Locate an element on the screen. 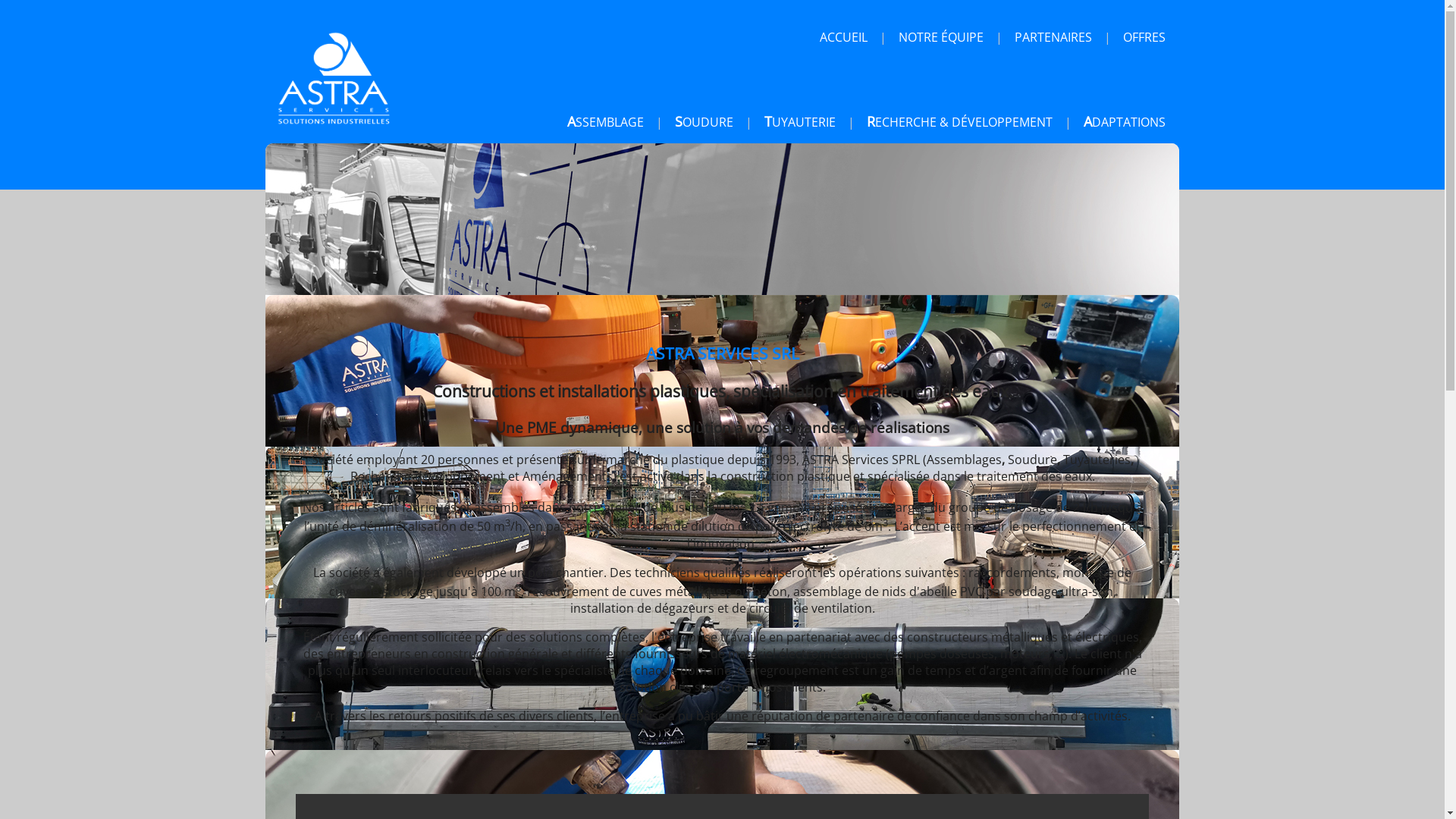 The height and width of the screenshot is (819, 1456). 'ADAPTATIONS' is located at coordinates (1076, 121).